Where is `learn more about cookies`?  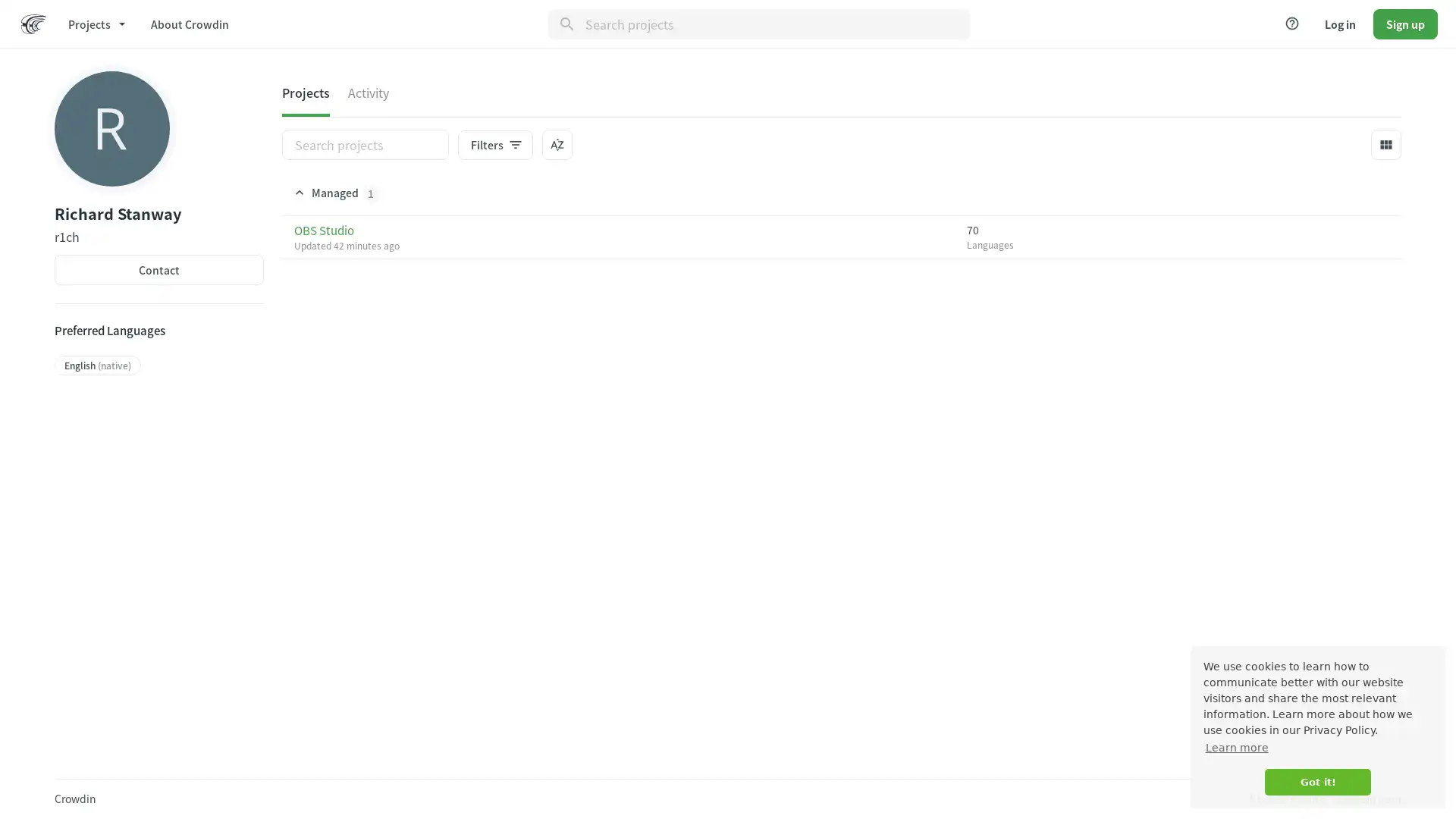
learn more about cookies is located at coordinates (1236, 747).